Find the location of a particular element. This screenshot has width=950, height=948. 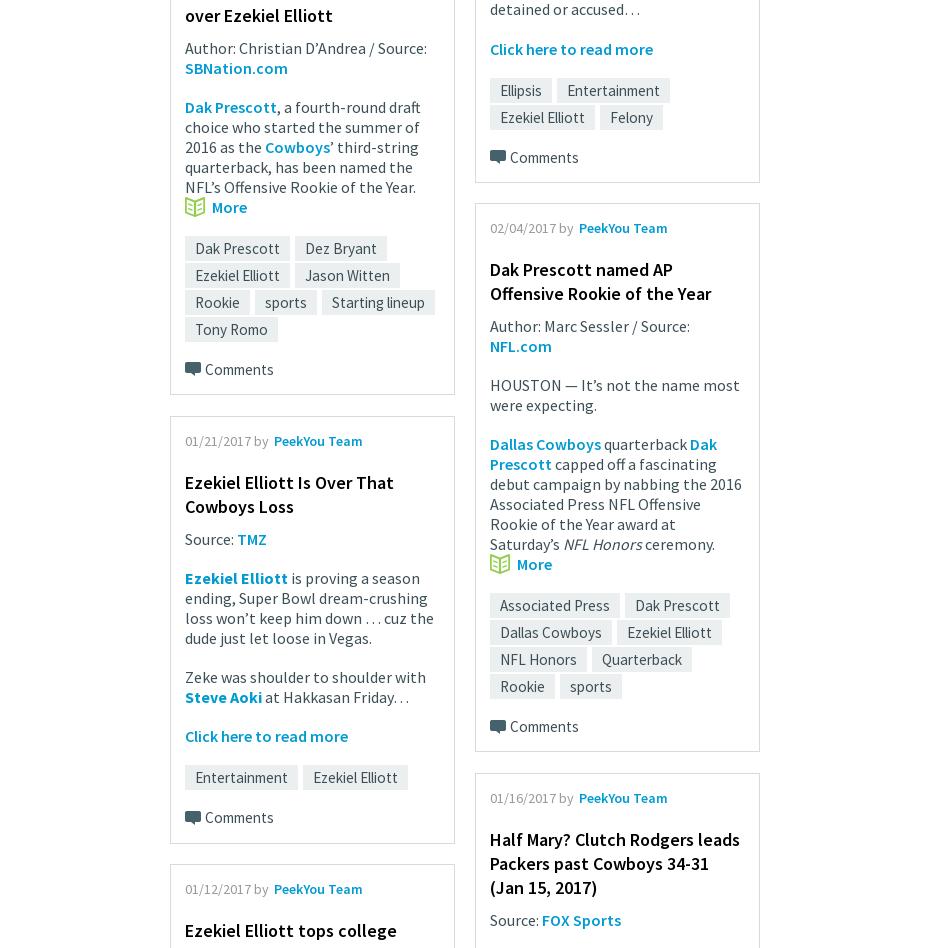

'Author: Christian D’Andrea' is located at coordinates (274, 47).